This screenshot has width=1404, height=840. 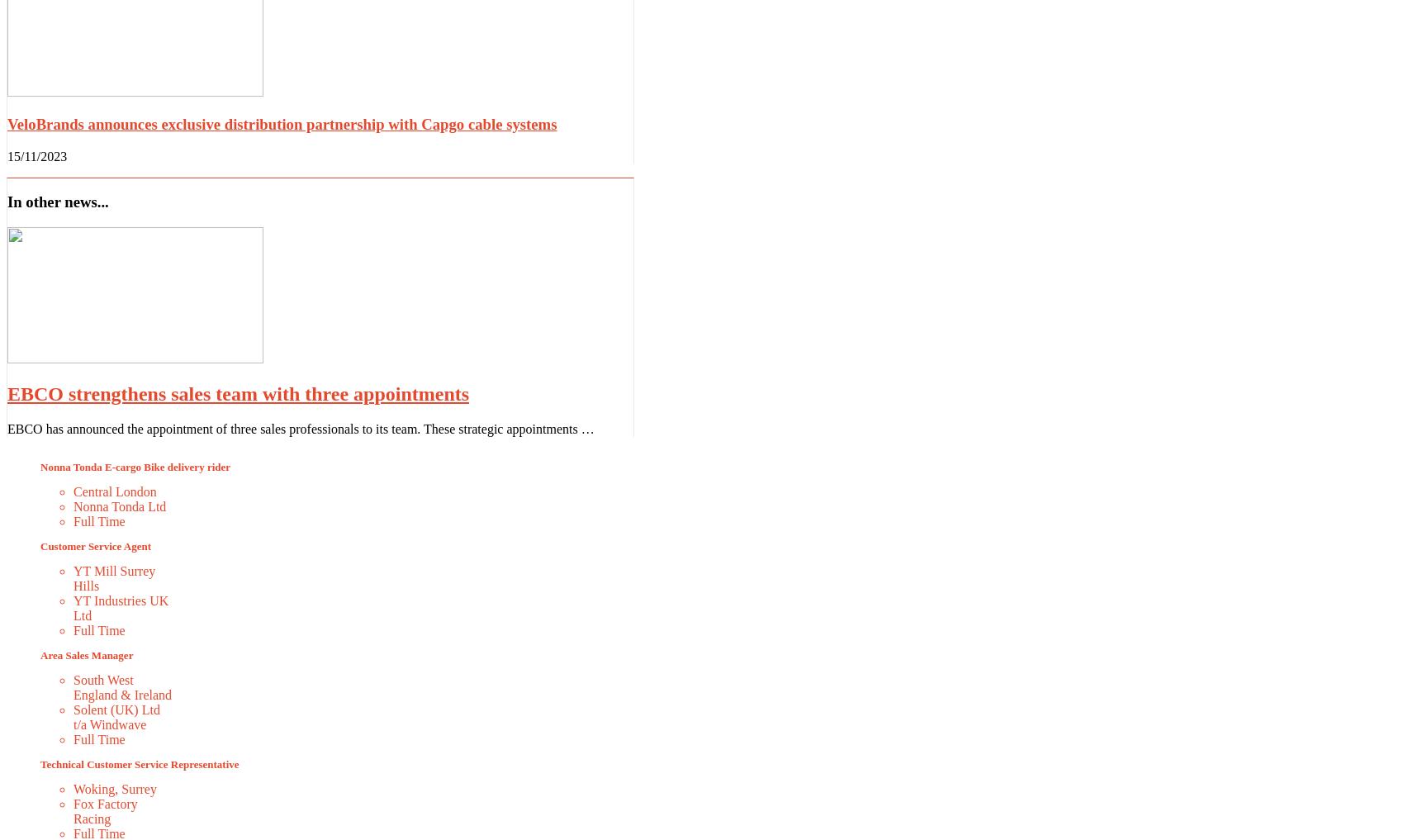 I want to click on '15/11/2023', so click(x=37, y=155).